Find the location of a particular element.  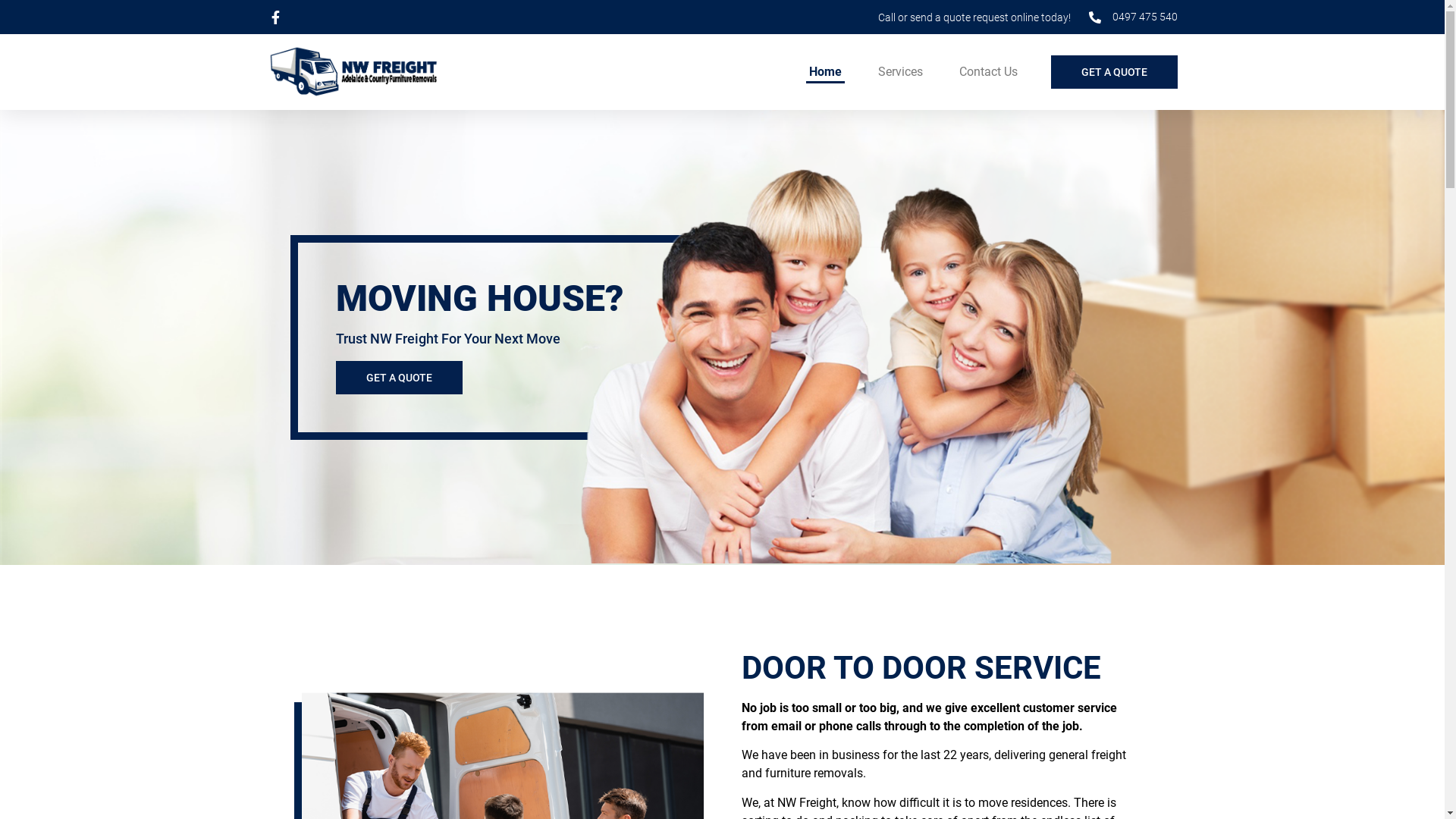

'Services' is located at coordinates (900, 72).